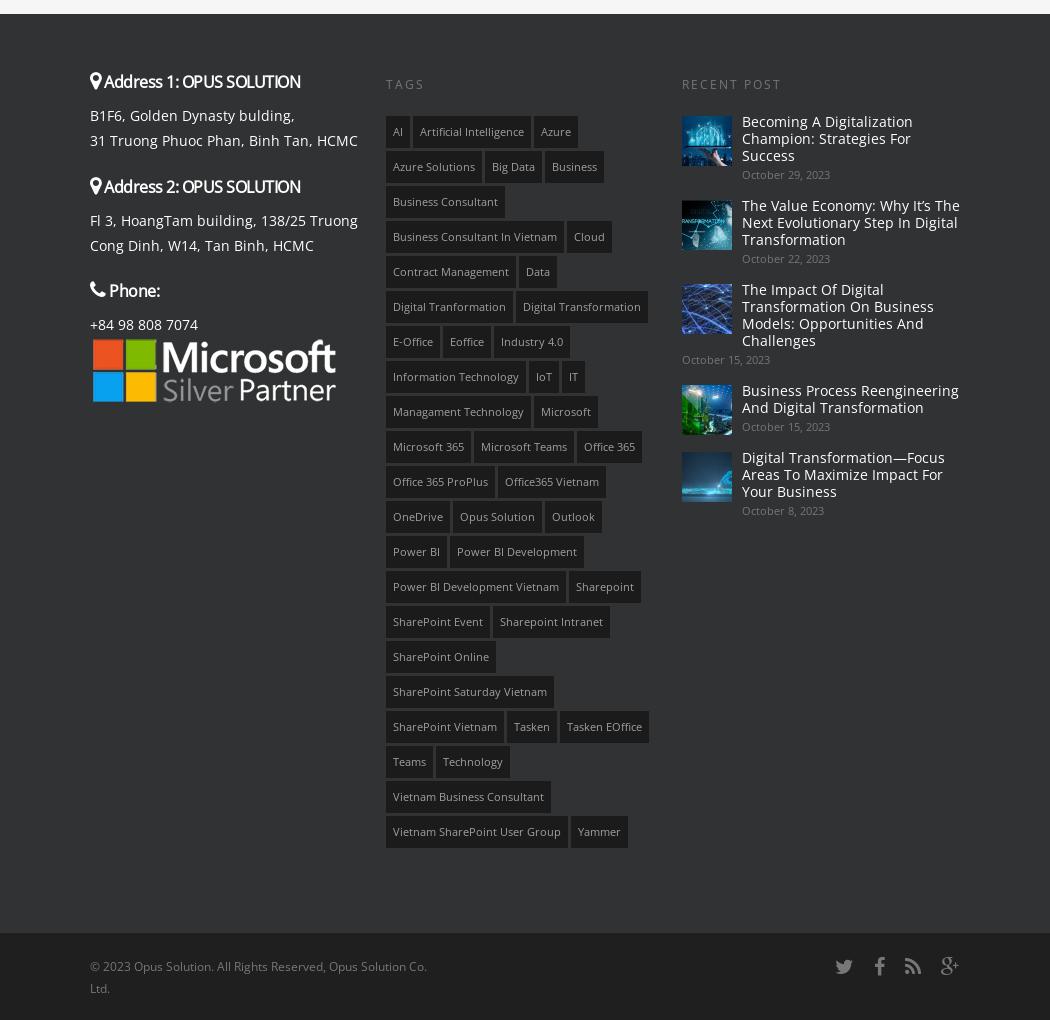  Describe the element at coordinates (849, 399) in the screenshot. I see `'Business Process Reengineering And Digital Transformation'` at that location.